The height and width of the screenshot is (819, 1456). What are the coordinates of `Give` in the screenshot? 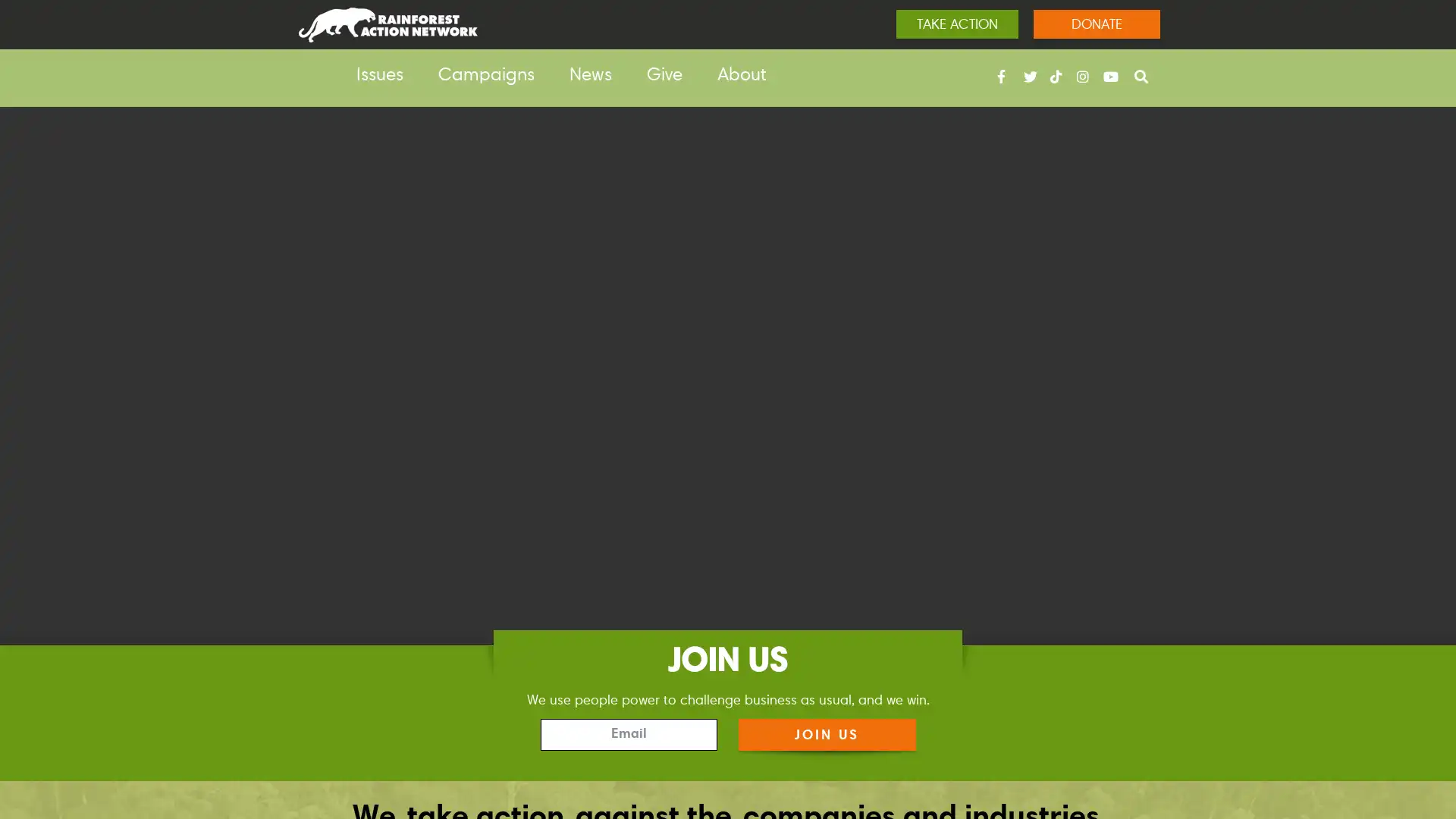 It's located at (664, 76).